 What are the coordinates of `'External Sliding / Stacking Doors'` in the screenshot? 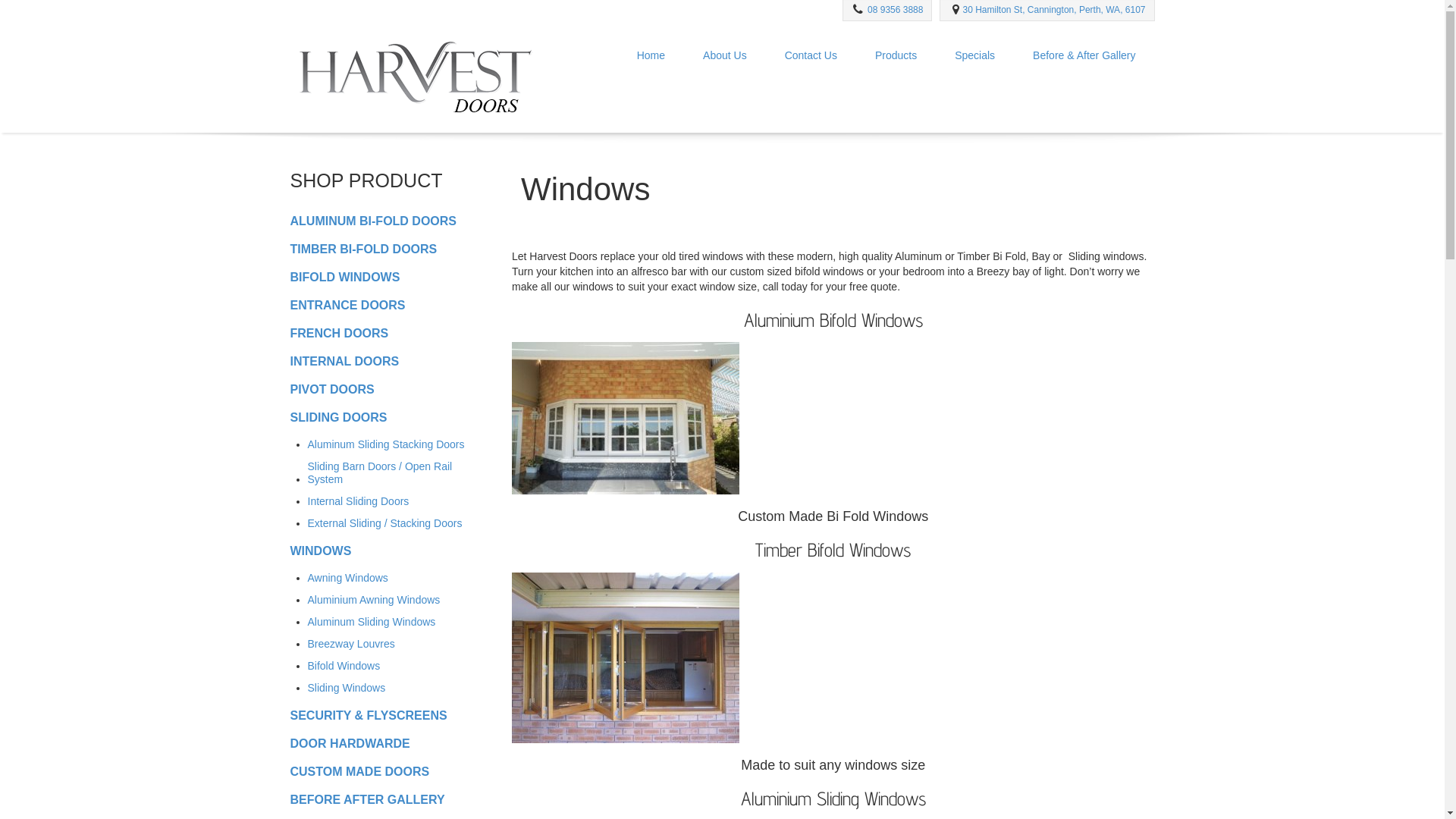 It's located at (385, 522).